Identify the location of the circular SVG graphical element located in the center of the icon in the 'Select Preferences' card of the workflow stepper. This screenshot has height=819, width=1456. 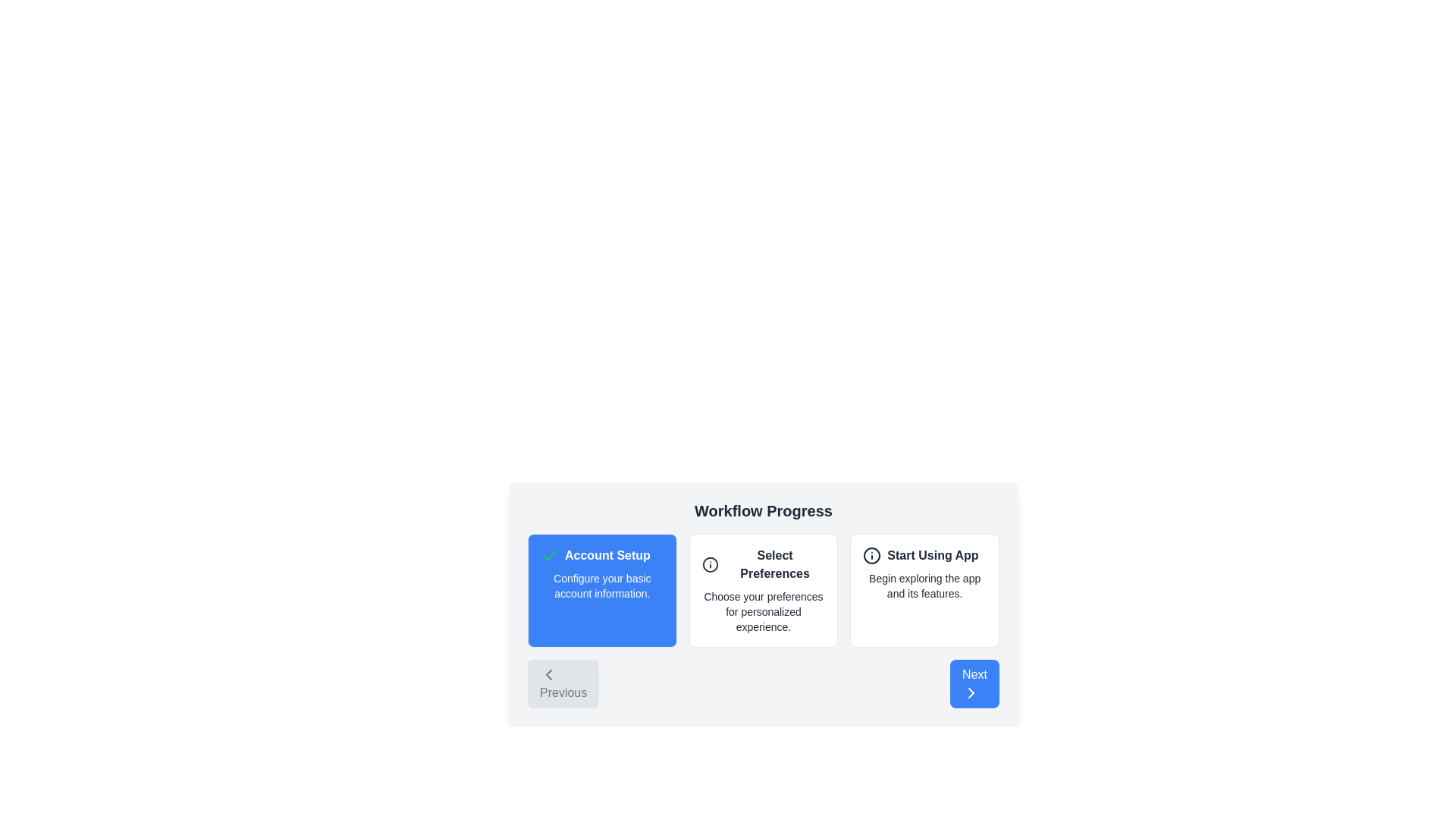
(709, 564).